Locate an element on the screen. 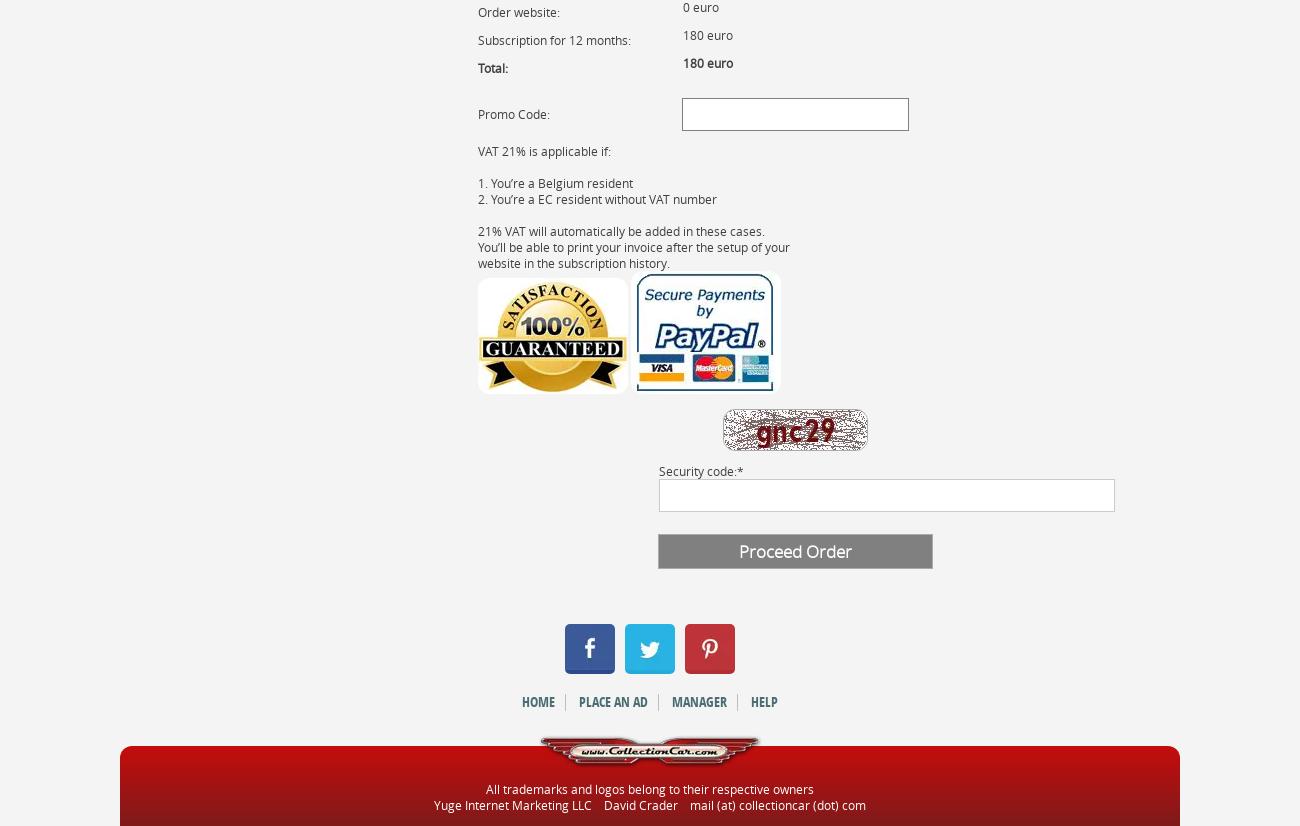 This screenshot has width=1300, height=826. '1. You’re a Belgium resident' is located at coordinates (475, 181).